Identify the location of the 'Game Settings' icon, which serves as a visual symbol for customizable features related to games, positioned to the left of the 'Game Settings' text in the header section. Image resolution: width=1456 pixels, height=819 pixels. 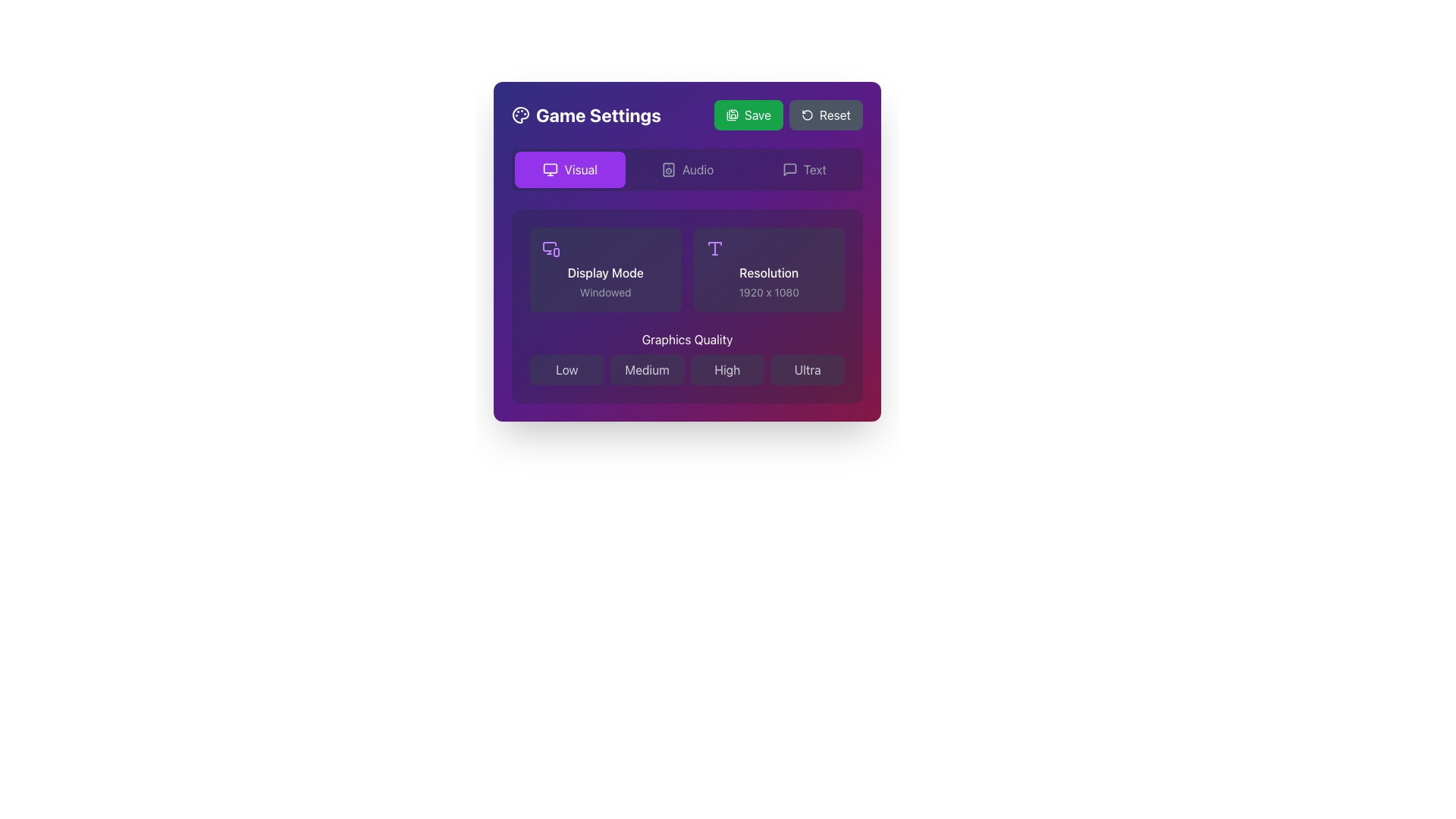
(520, 114).